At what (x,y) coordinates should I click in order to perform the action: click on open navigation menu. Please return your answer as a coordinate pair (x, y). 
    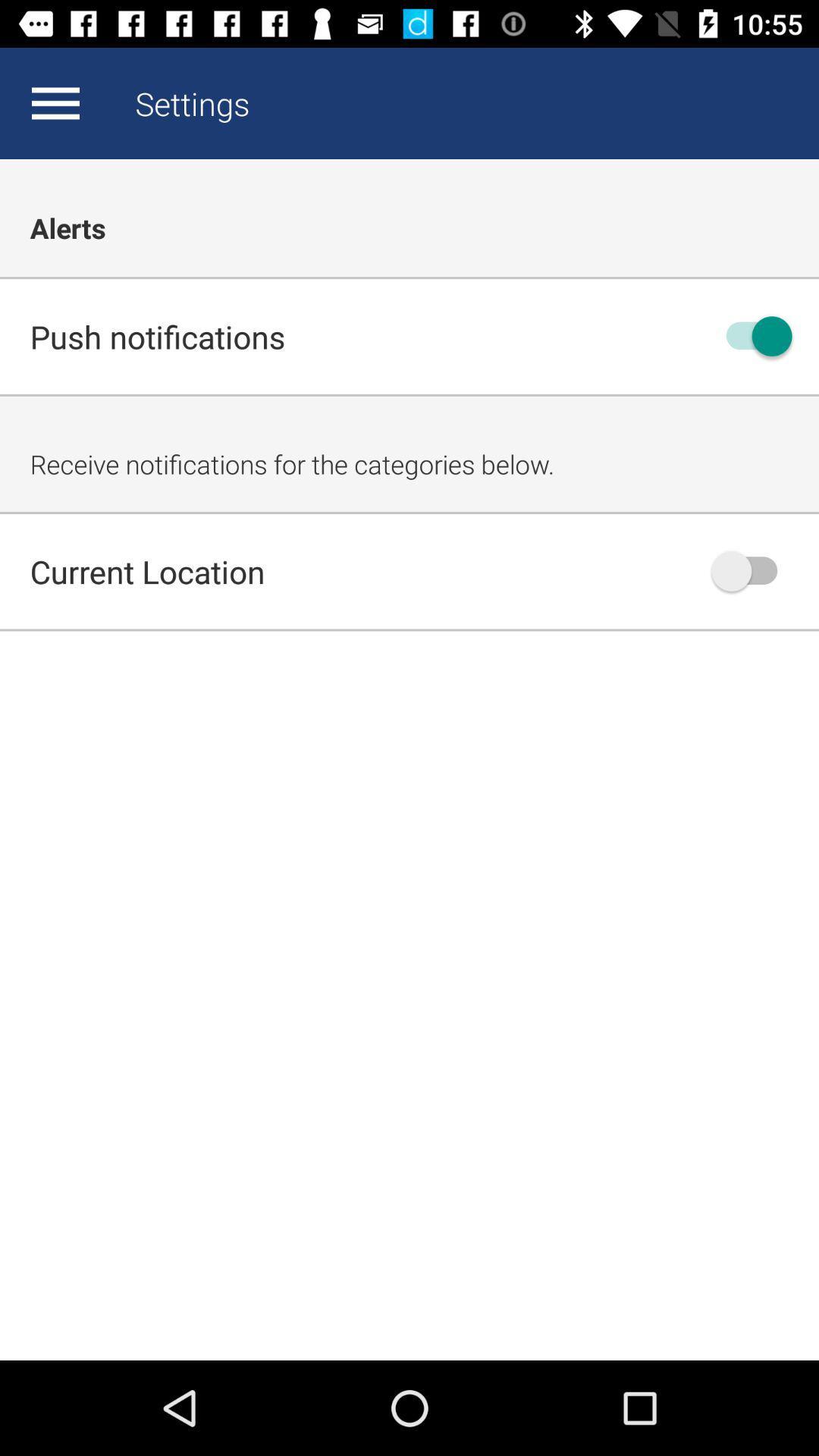
    Looking at the image, I should click on (55, 102).